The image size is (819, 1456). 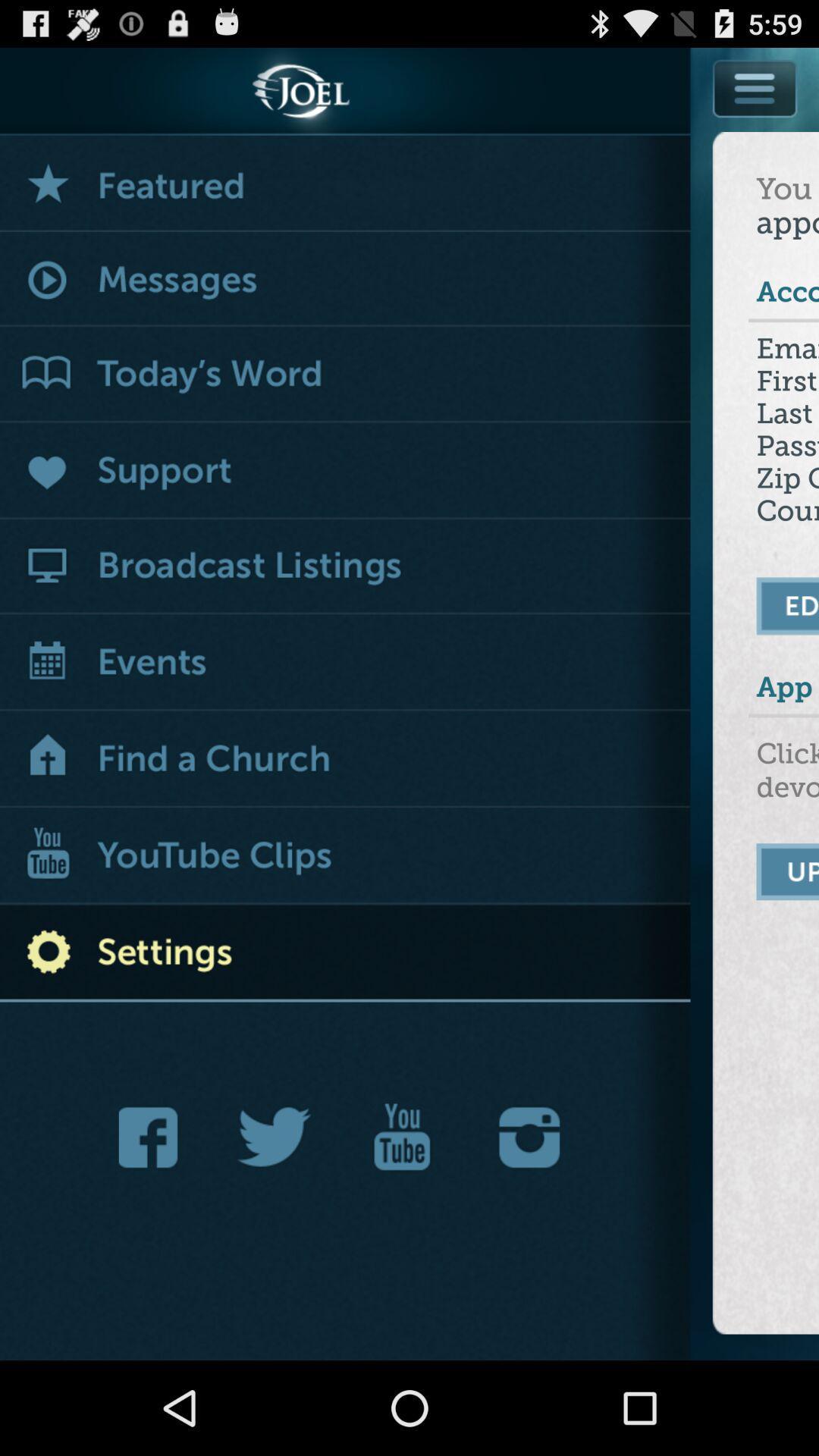 What do you see at coordinates (755, 122) in the screenshot?
I see `menu options list` at bounding box center [755, 122].